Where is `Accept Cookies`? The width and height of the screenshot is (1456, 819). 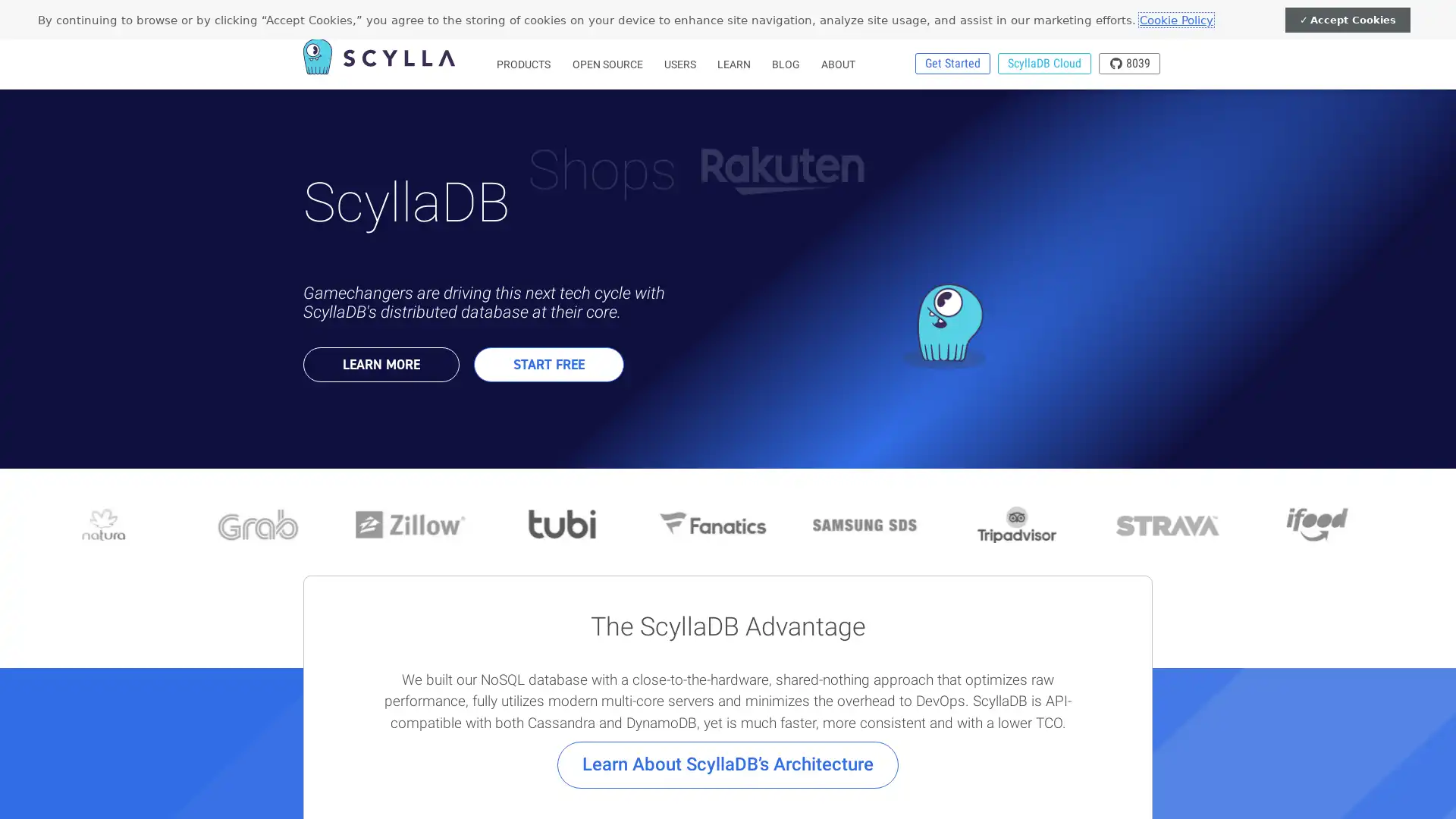
Accept Cookies is located at coordinates (1348, 20).